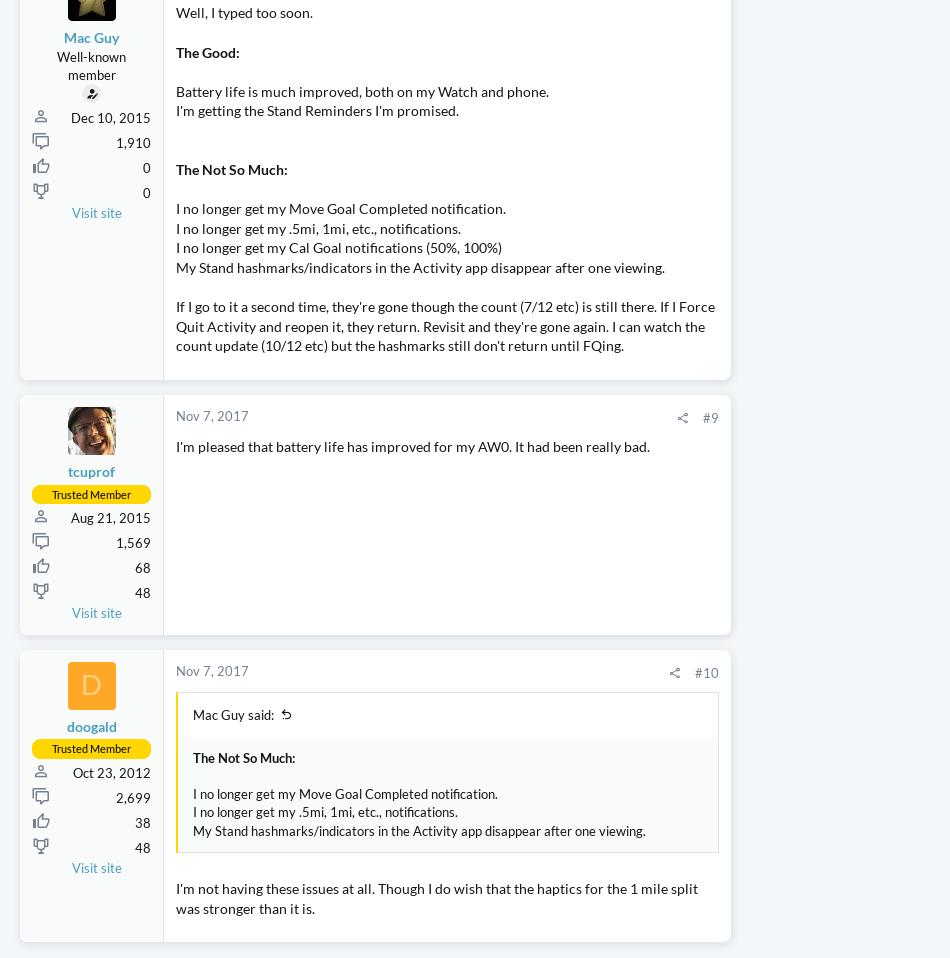 Image resolution: width=950 pixels, height=958 pixels. Describe the element at coordinates (585, 770) in the screenshot. I see `'#10'` at that location.